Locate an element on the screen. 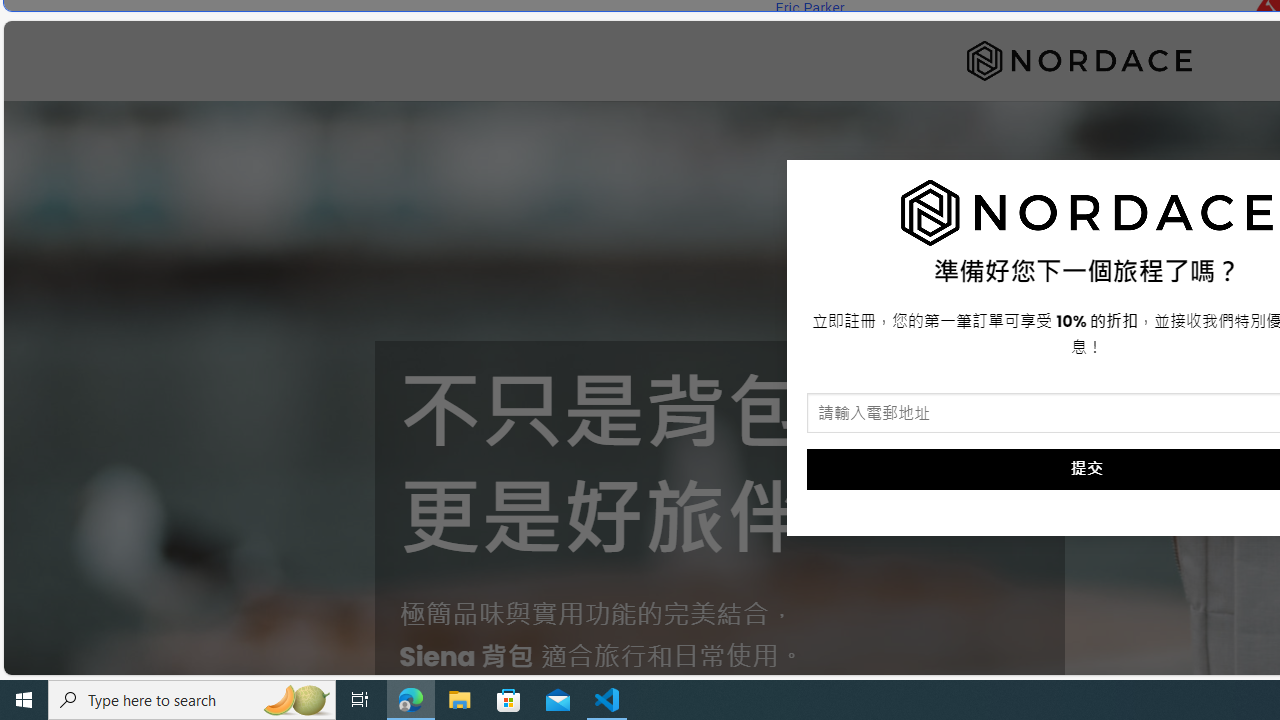 The height and width of the screenshot is (720, 1280). 'Eric Parker' is located at coordinates (809, 8).